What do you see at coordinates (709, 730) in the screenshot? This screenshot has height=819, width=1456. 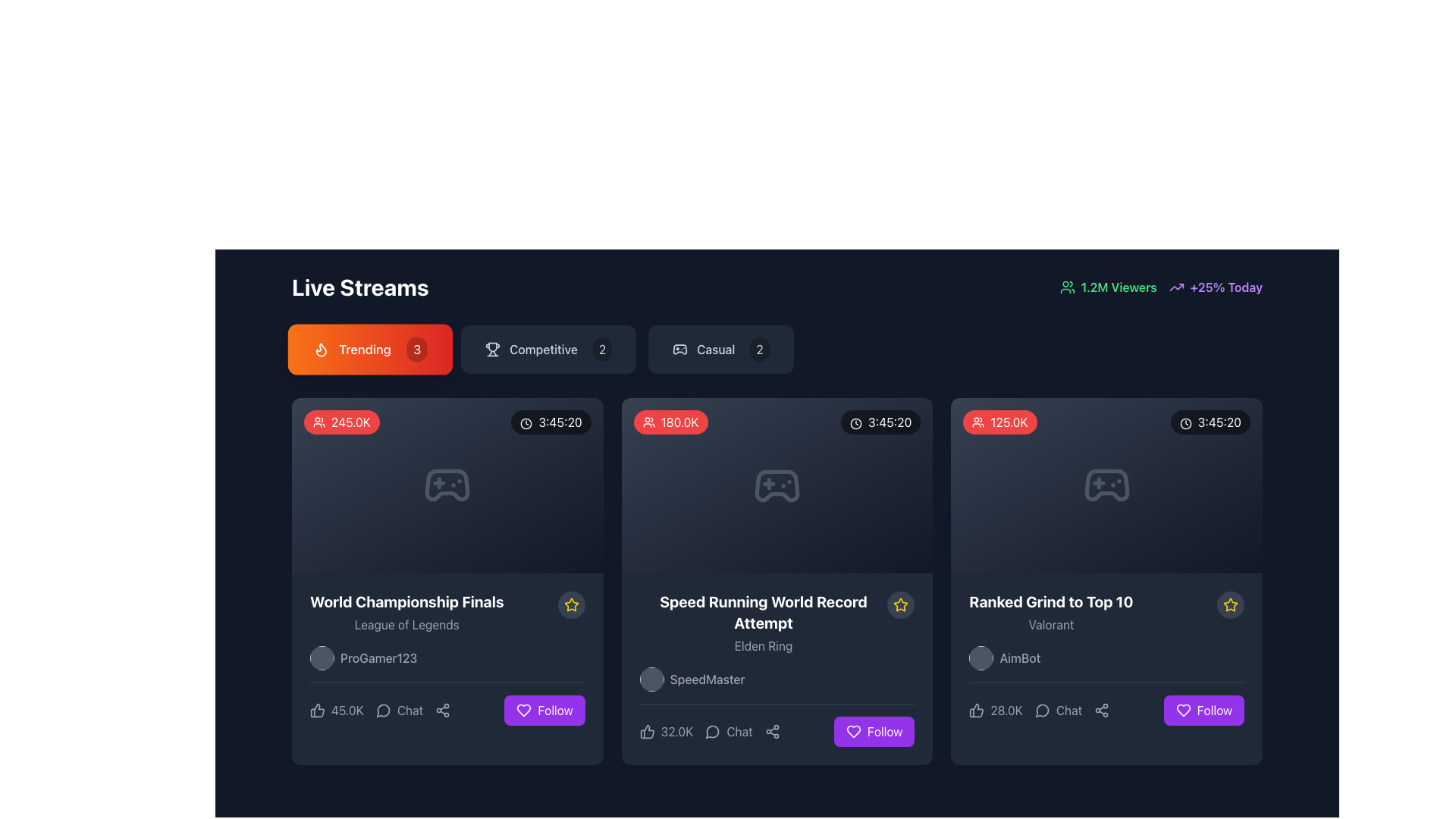 I see `the 'Chat' button that displays '32.0K' next to a speech bubble icon` at bounding box center [709, 730].